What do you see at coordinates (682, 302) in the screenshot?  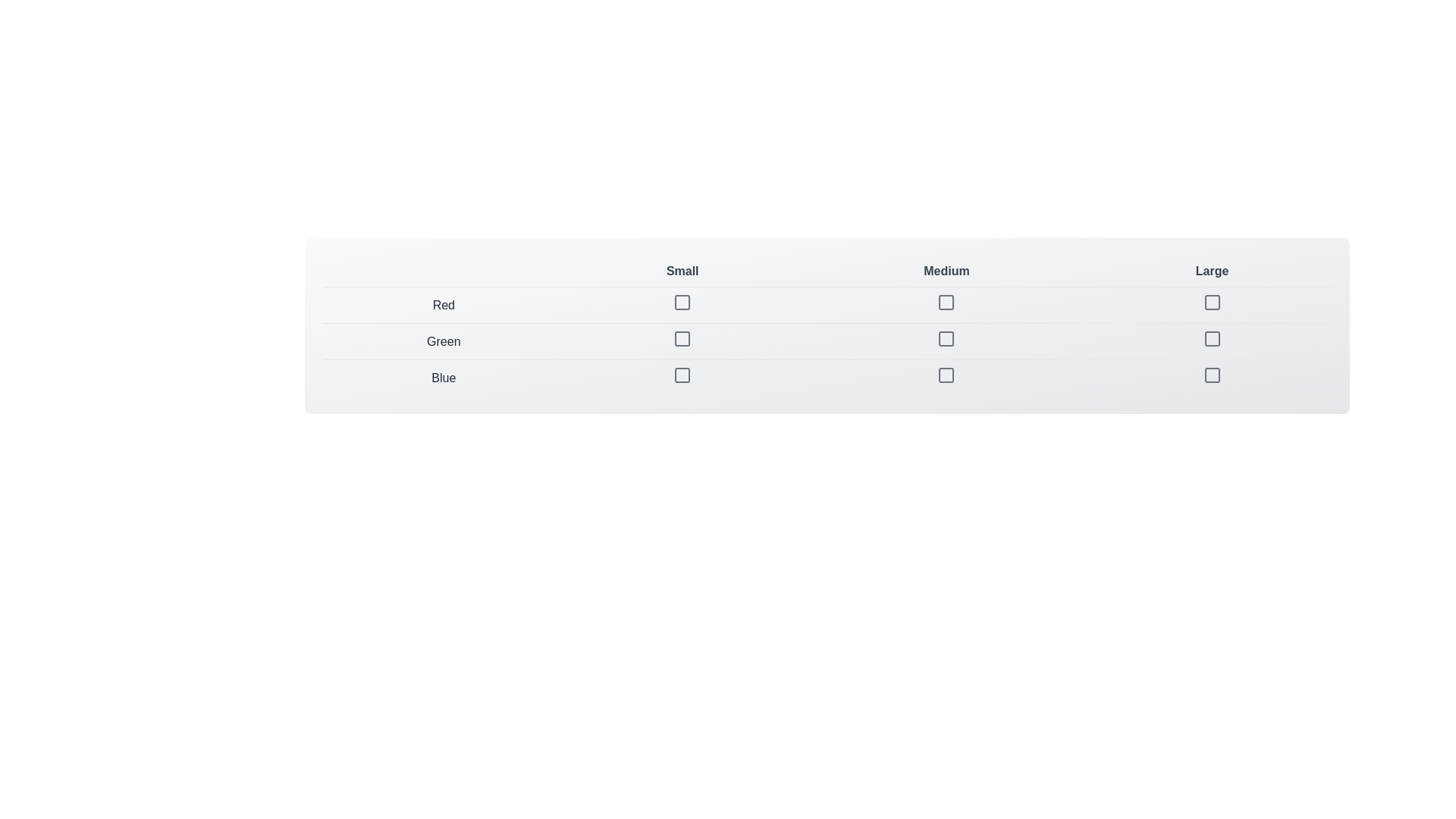 I see `the interactive checkbox for the 'Small' size option in the 'Red' category` at bounding box center [682, 302].